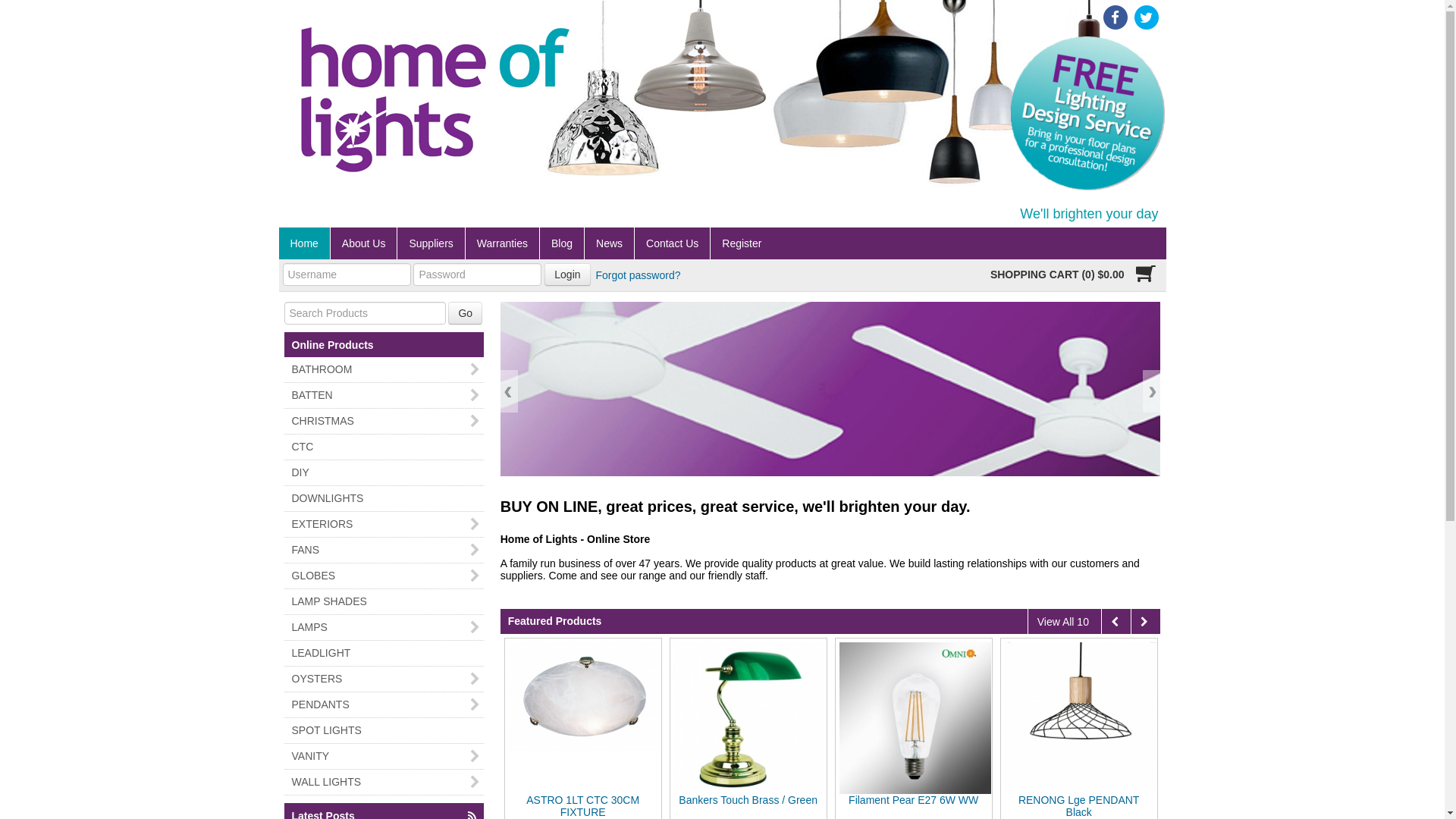 The height and width of the screenshot is (819, 1456). Describe the element at coordinates (383, 782) in the screenshot. I see `'WALL LIGHTS'` at that location.